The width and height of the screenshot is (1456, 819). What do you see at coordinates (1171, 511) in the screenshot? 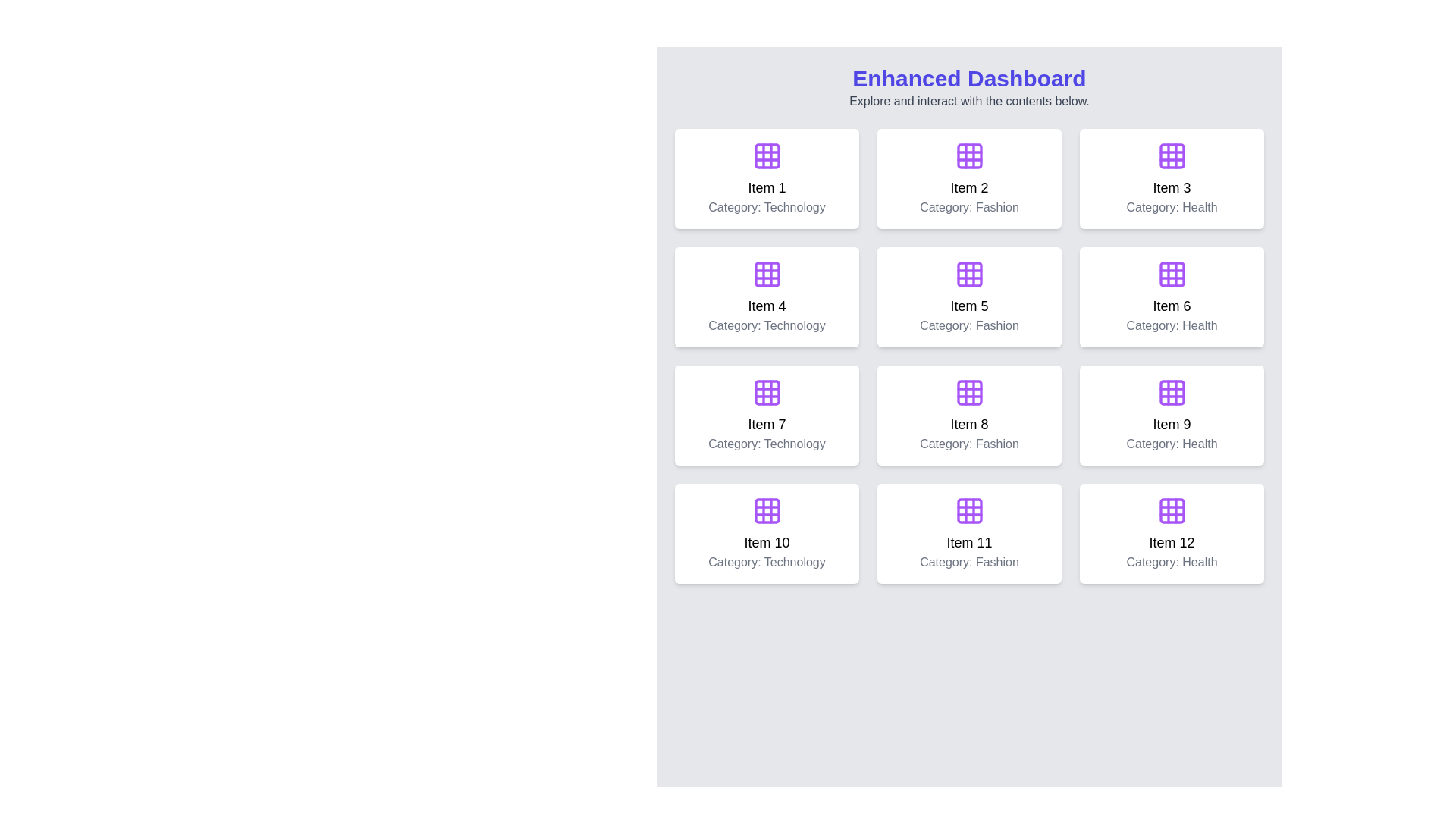
I see `the purple 3x3 grid icon located in the bottom-right of the layout above the text 'Item 12'` at bounding box center [1171, 511].